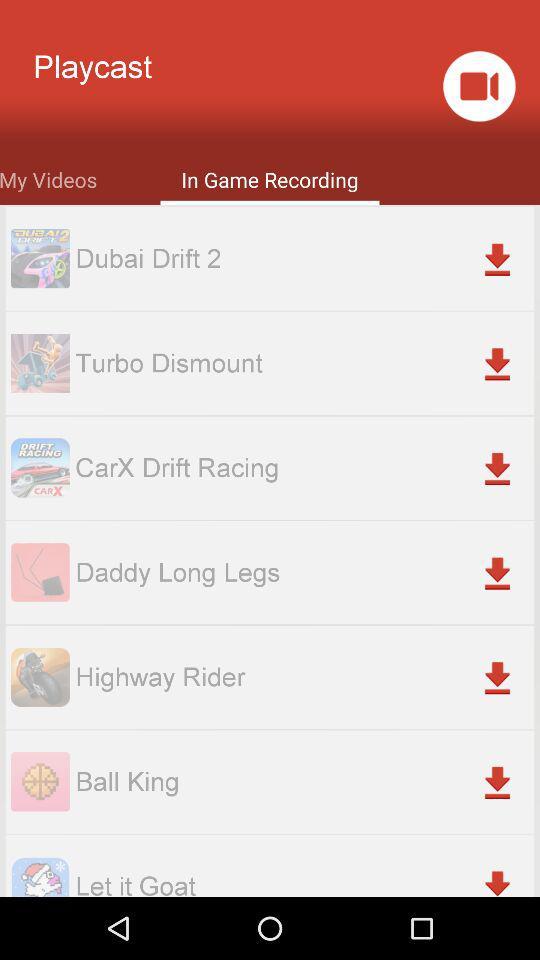 The image size is (540, 960). I want to click on daddy long legs item, so click(303, 572).